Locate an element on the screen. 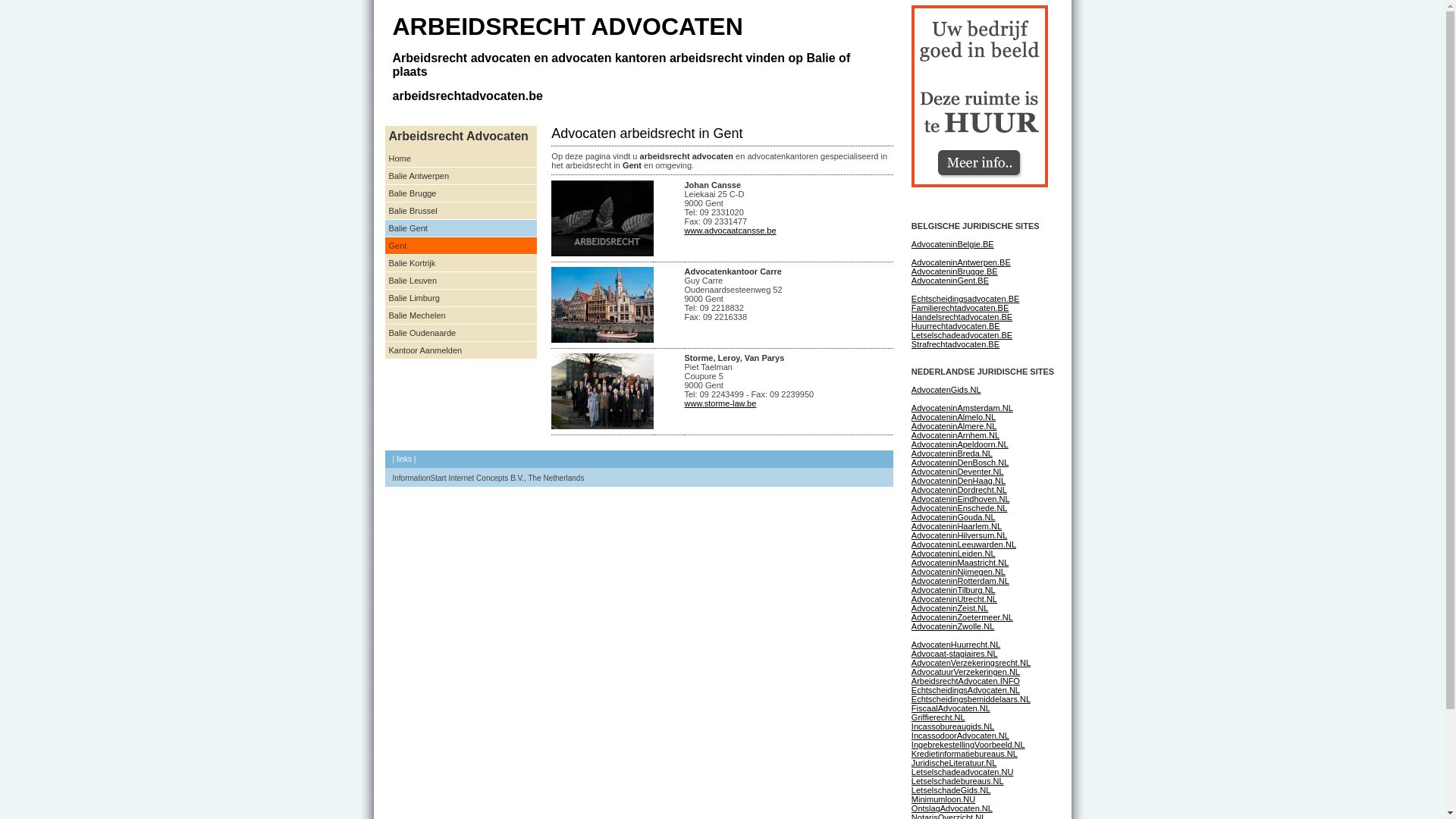  'AdvocateninArnhem.NL' is located at coordinates (954, 435).